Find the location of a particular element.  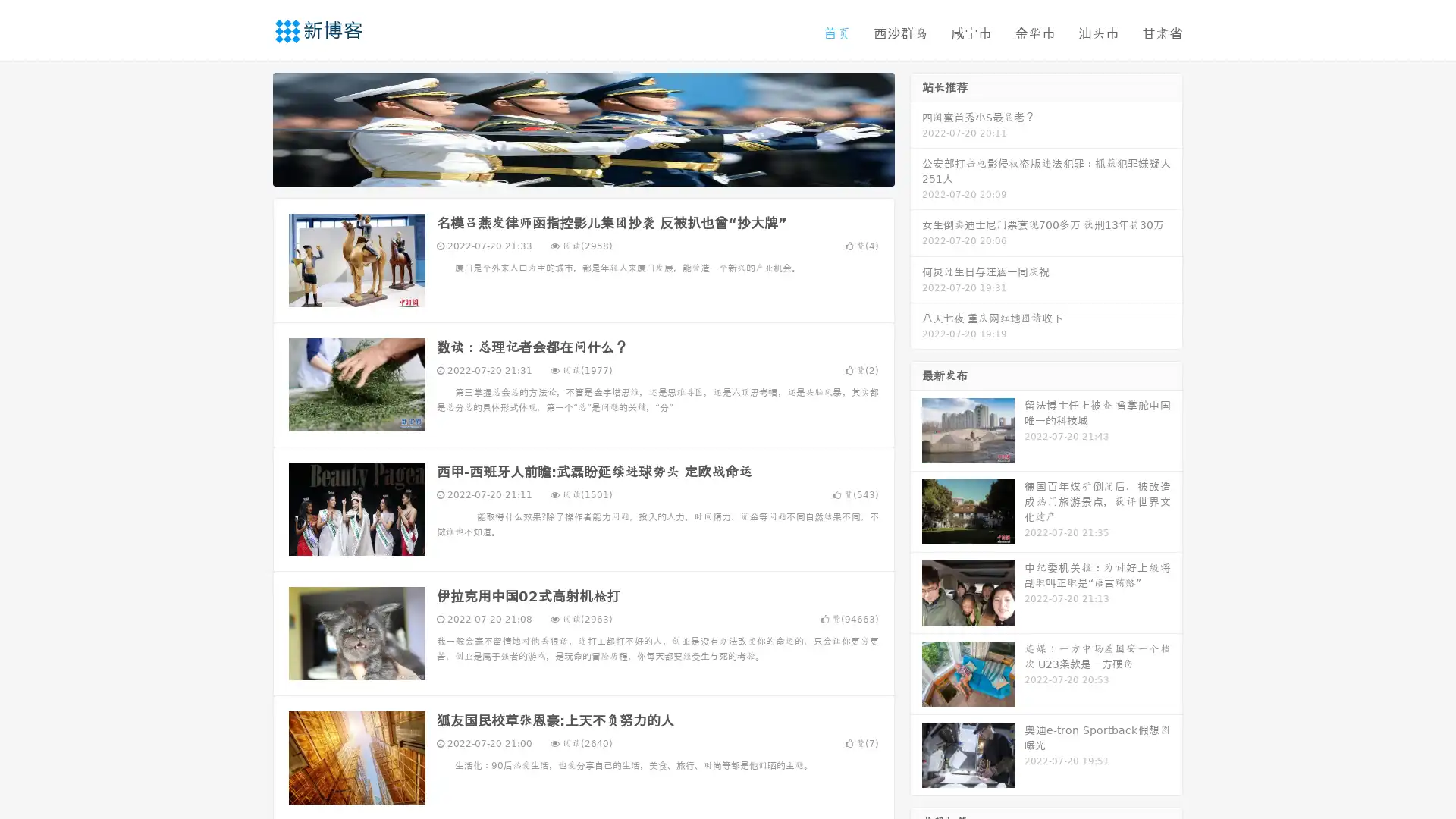

Next slide is located at coordinates (916, 127).